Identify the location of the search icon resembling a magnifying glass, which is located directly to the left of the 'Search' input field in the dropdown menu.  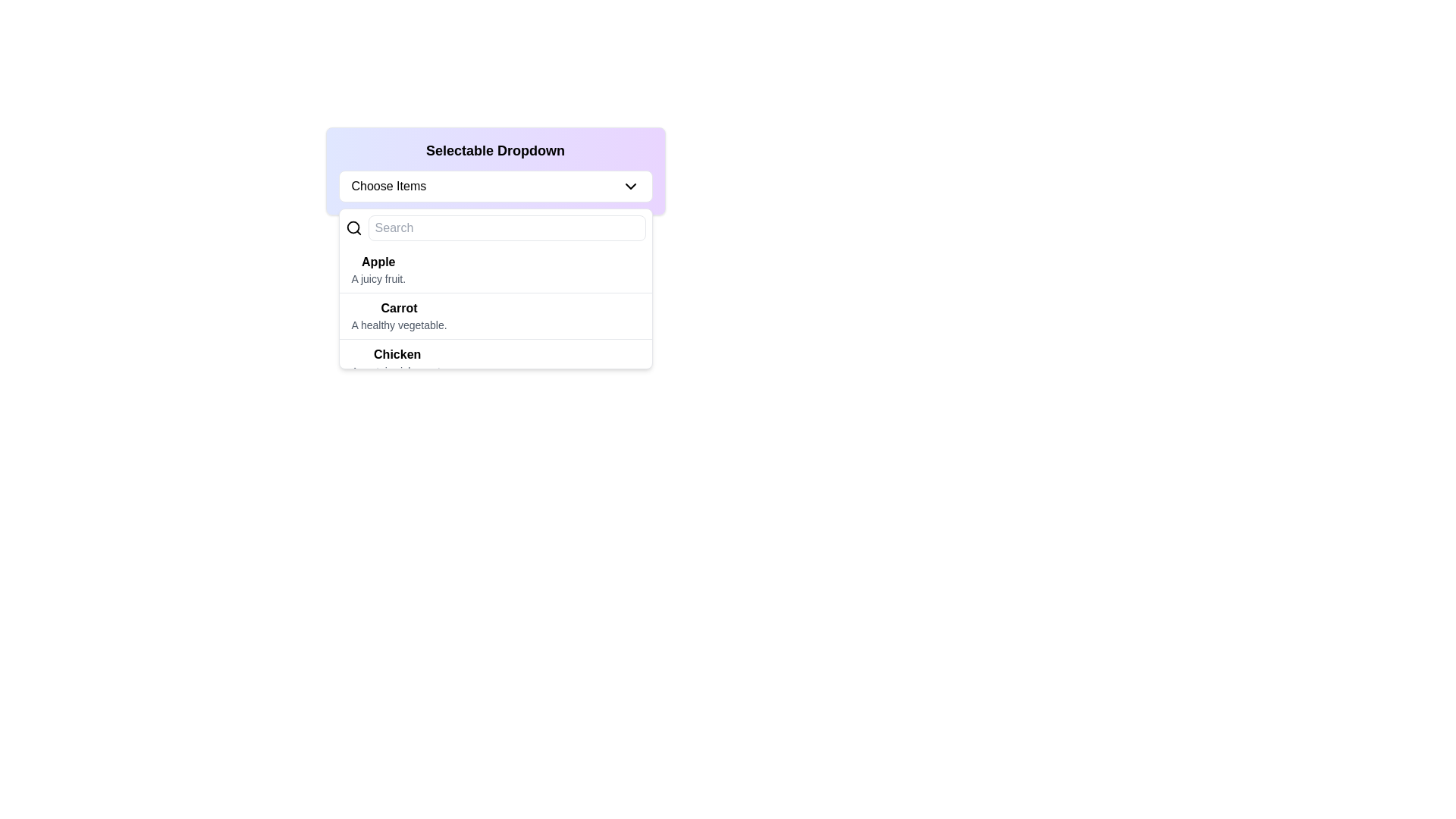
(353, 227).